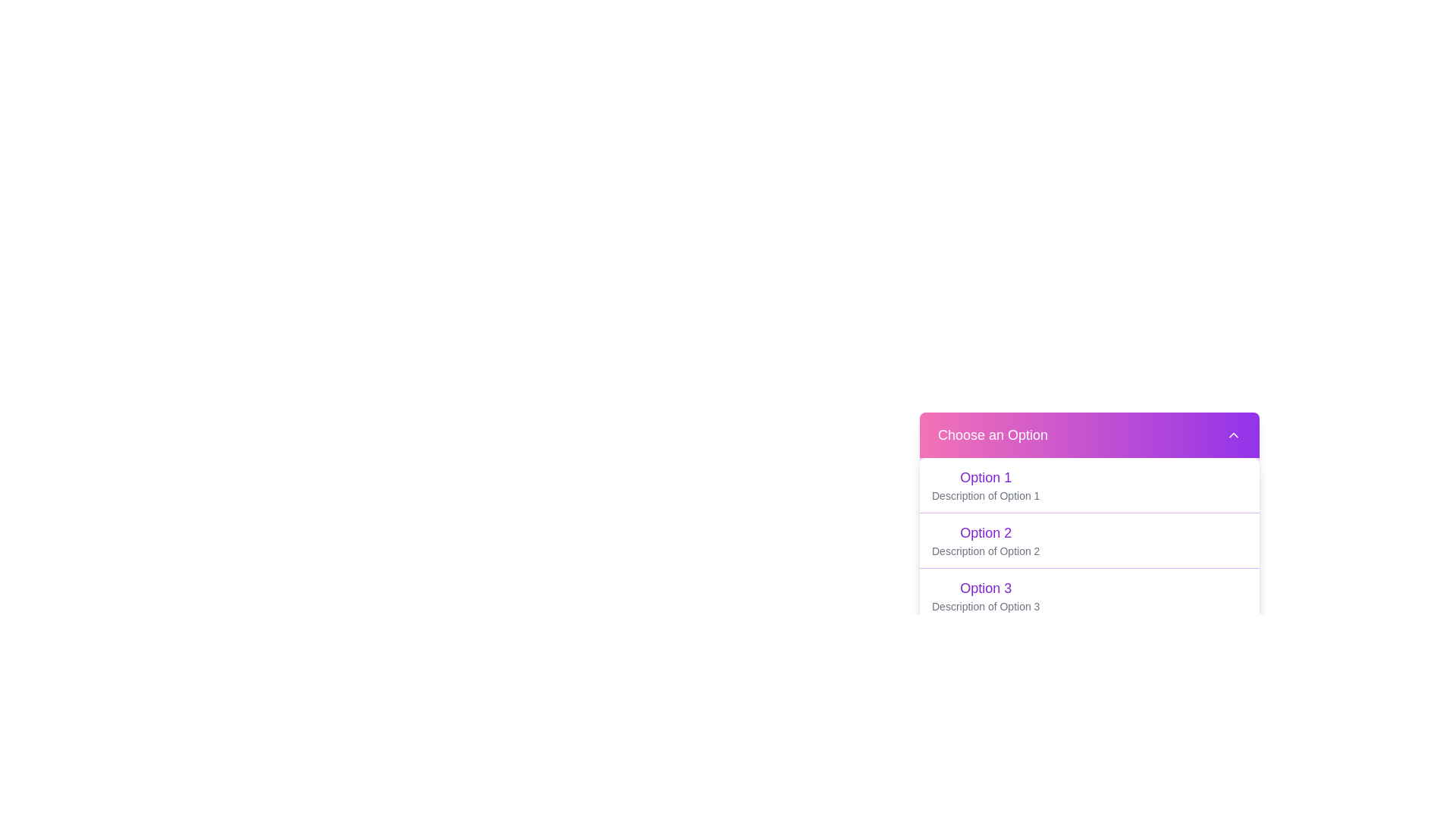  I want to click on the visibility toggle icon located at the far-right edge of the 'Choose an Option' header, so click(1234, 435).